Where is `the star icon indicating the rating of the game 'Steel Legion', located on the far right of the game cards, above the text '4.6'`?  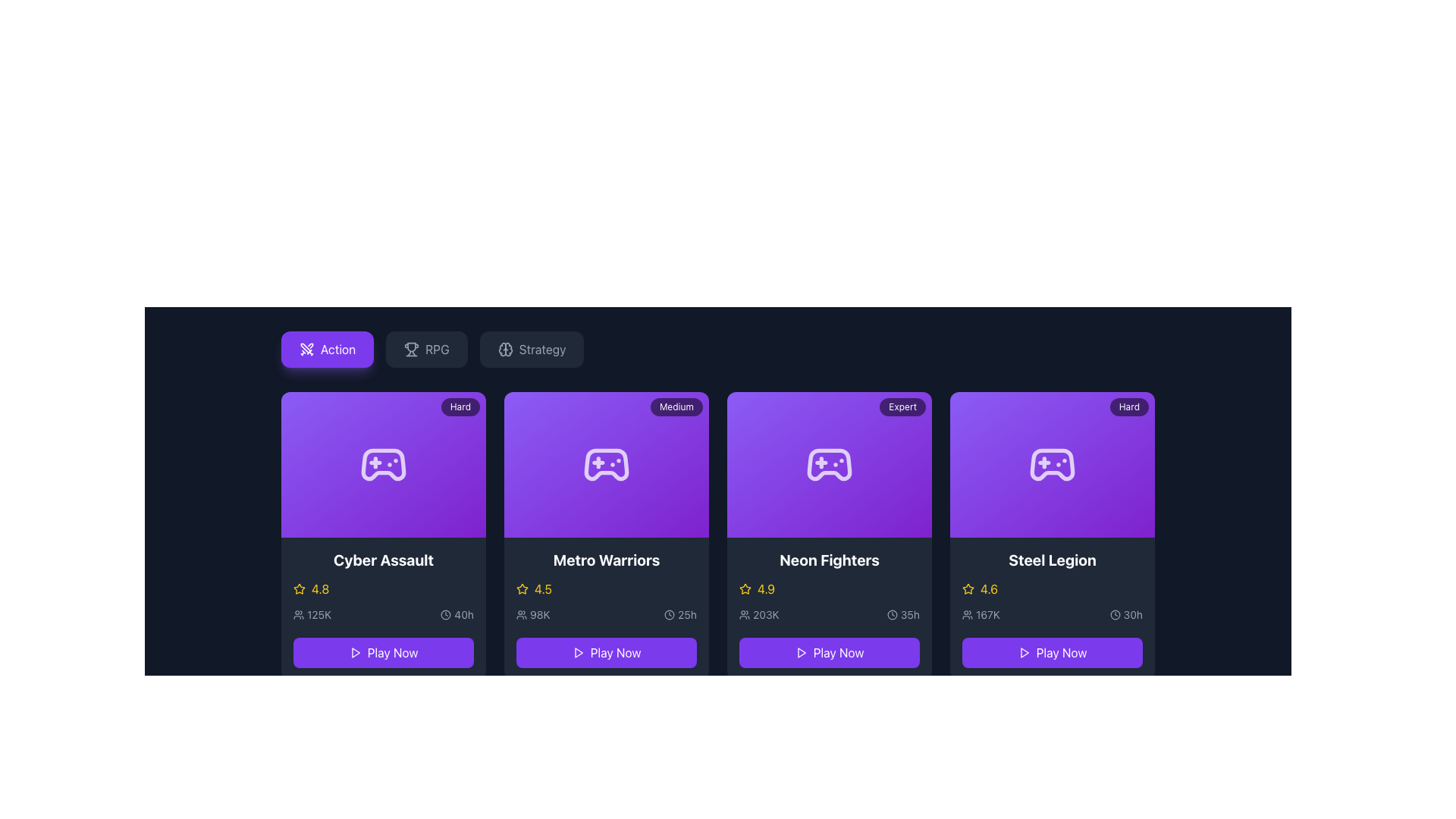 the star icon indicating the rating of the game 'Steel Legion', located on the far right of the game cards, above the text '4.6' is located at coordinates (967, 588).